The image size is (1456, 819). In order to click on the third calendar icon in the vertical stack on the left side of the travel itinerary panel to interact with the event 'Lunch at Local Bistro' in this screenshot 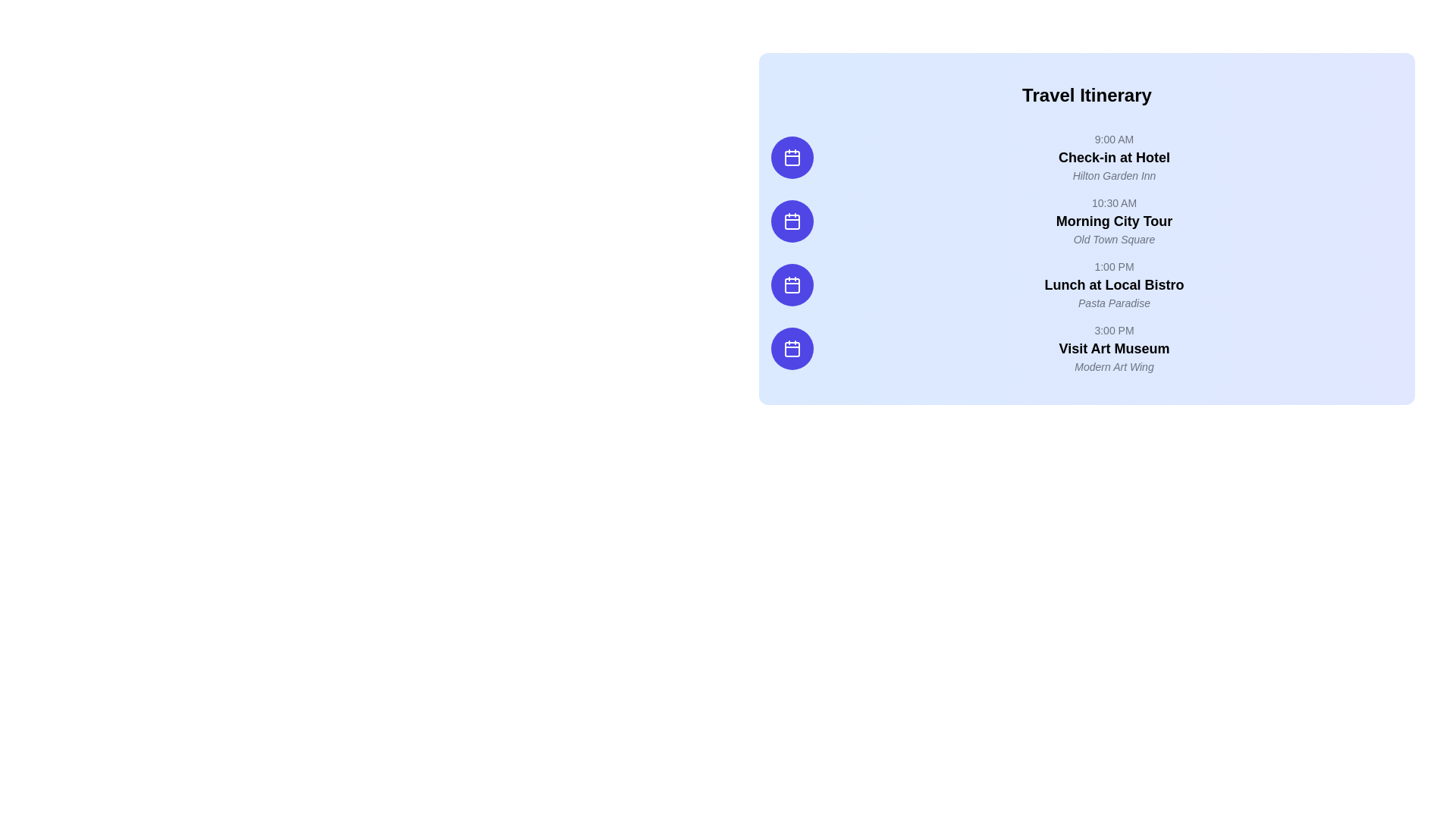, I will do `click(792, 284)`.